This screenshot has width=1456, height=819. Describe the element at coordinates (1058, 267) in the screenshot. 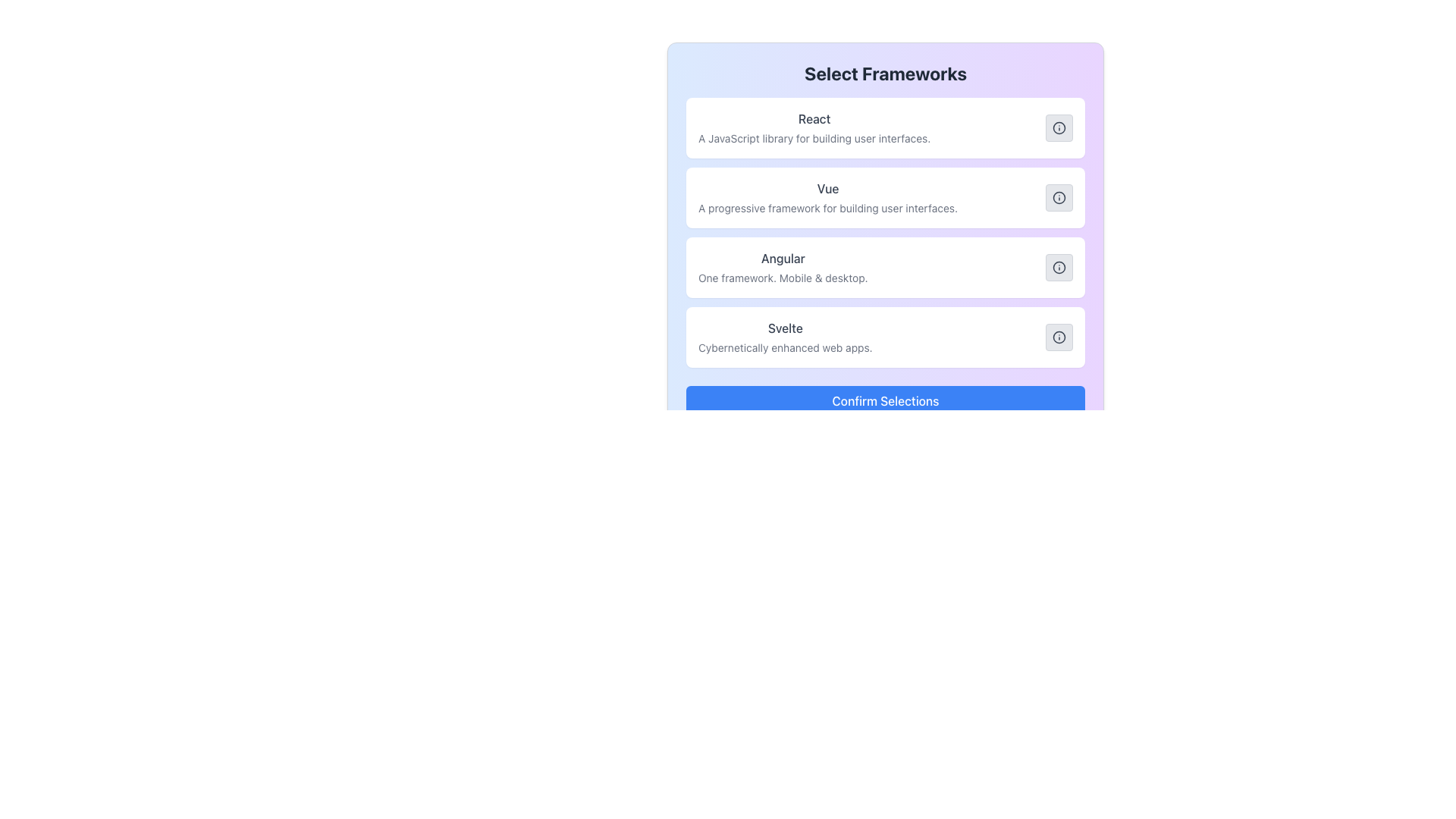

I see `the Info Icon located to the right of the 'Angular' framework option` at that location.